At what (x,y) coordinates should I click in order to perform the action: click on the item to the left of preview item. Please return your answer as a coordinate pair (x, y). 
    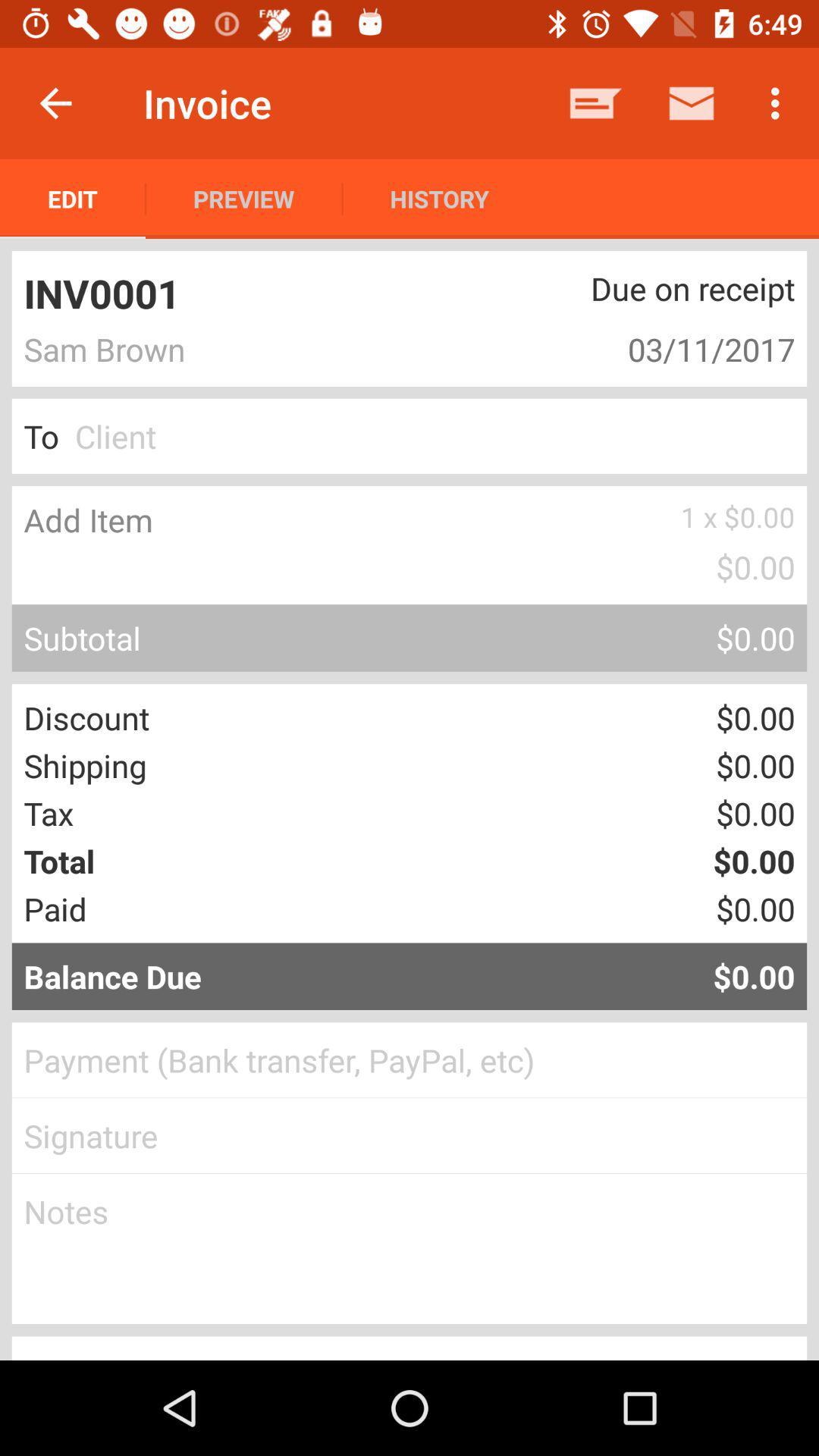
    Looking at the image, I should click on (73, 198).